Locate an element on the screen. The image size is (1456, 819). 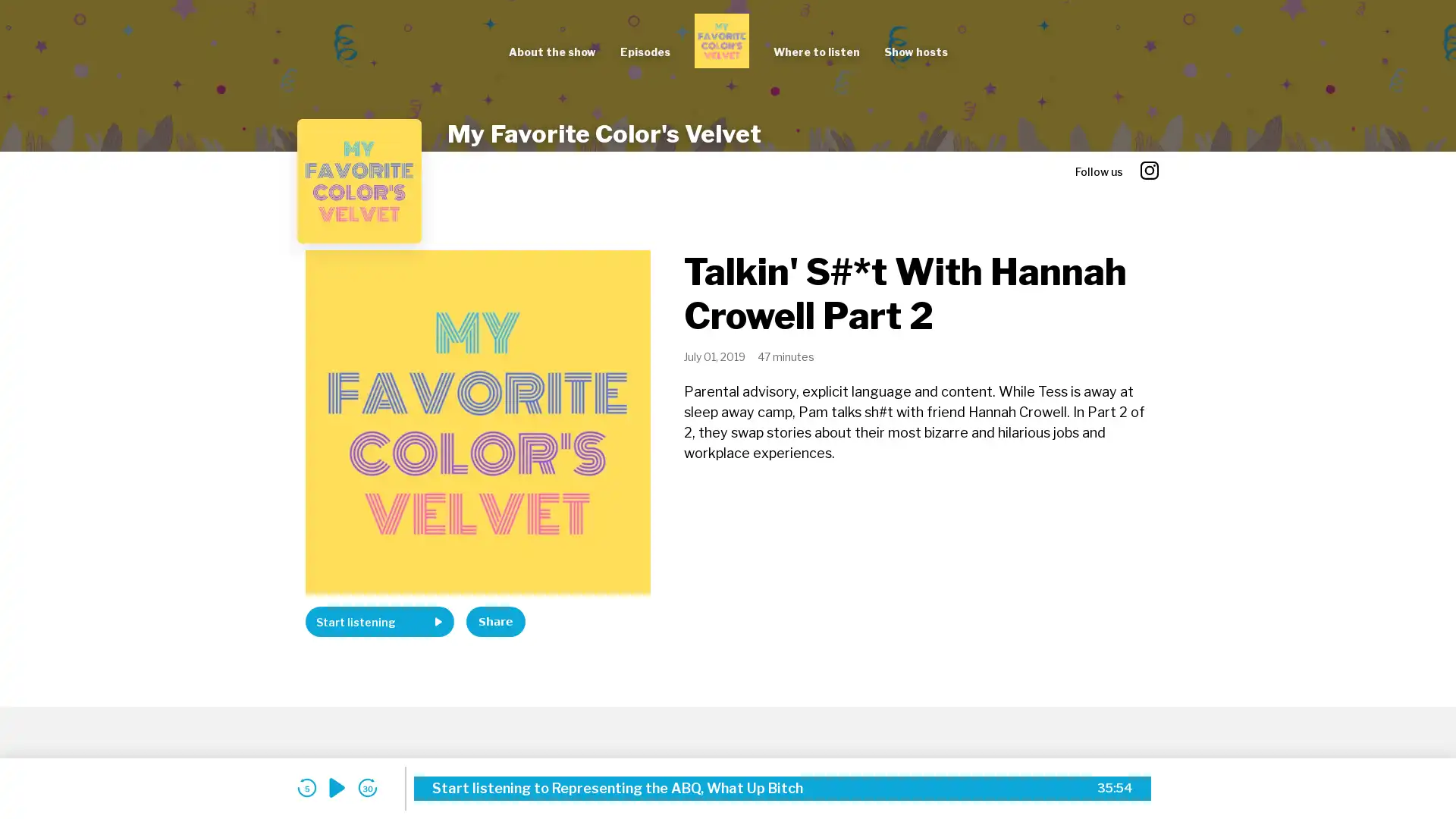
play audio is located at coordinates (337, 787).